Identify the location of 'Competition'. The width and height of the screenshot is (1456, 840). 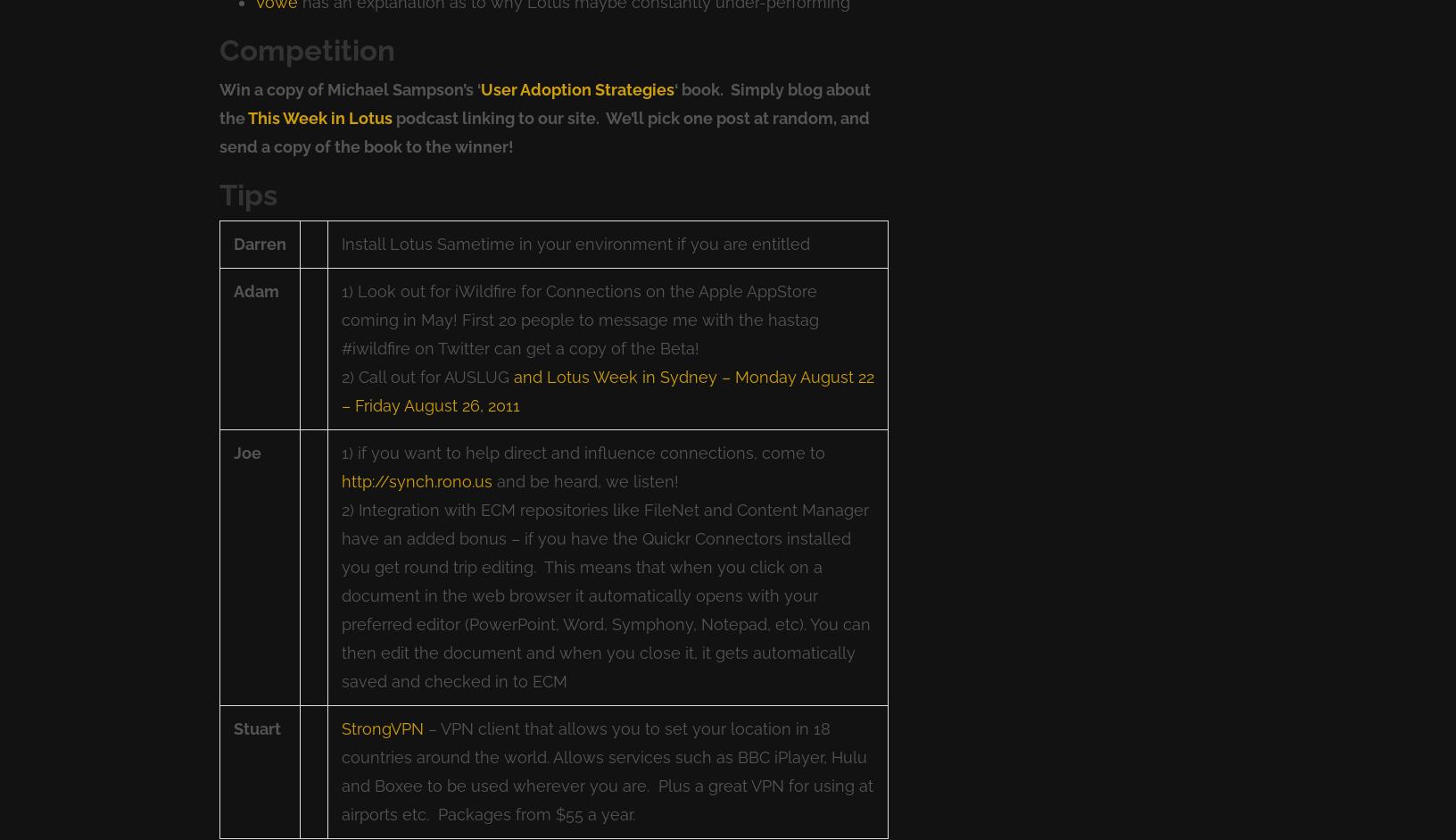
(307, 48).